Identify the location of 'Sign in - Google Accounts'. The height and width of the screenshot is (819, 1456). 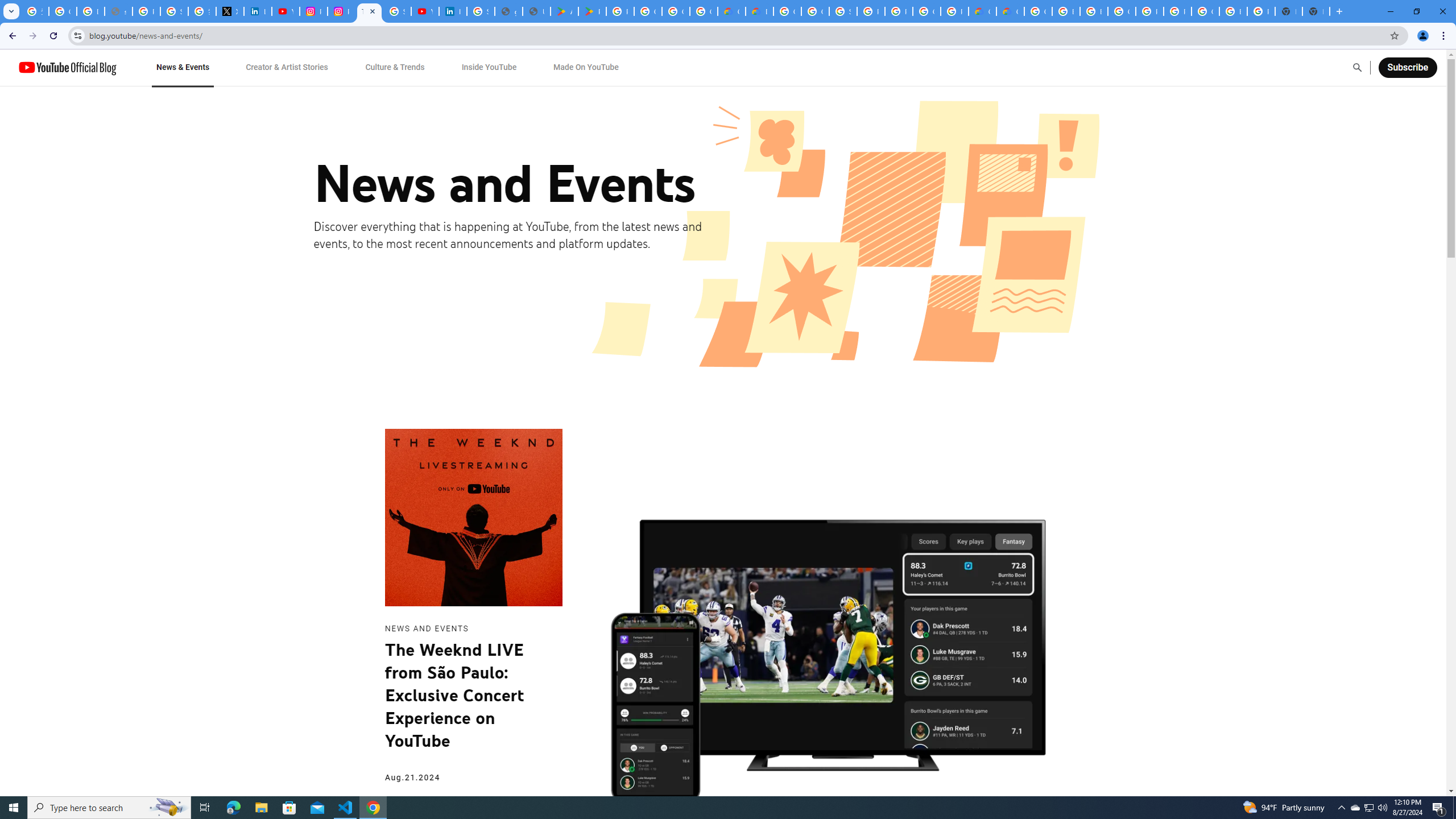
(479, 11).